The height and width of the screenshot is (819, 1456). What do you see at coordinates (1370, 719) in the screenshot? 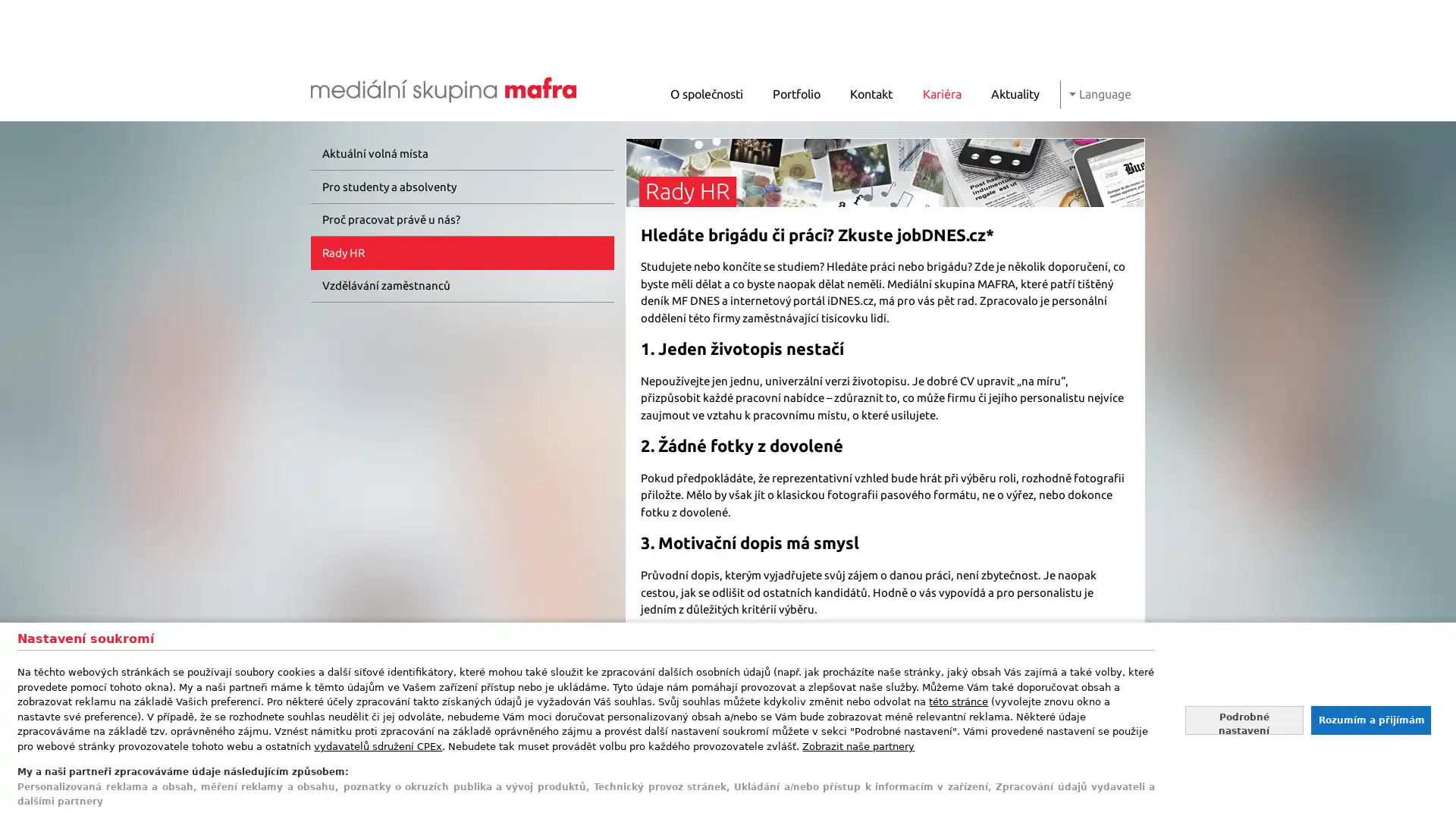
I see `Souhlasit s nasim zpracovanim udaju a zavrit` at bounding box center [1370, 719].